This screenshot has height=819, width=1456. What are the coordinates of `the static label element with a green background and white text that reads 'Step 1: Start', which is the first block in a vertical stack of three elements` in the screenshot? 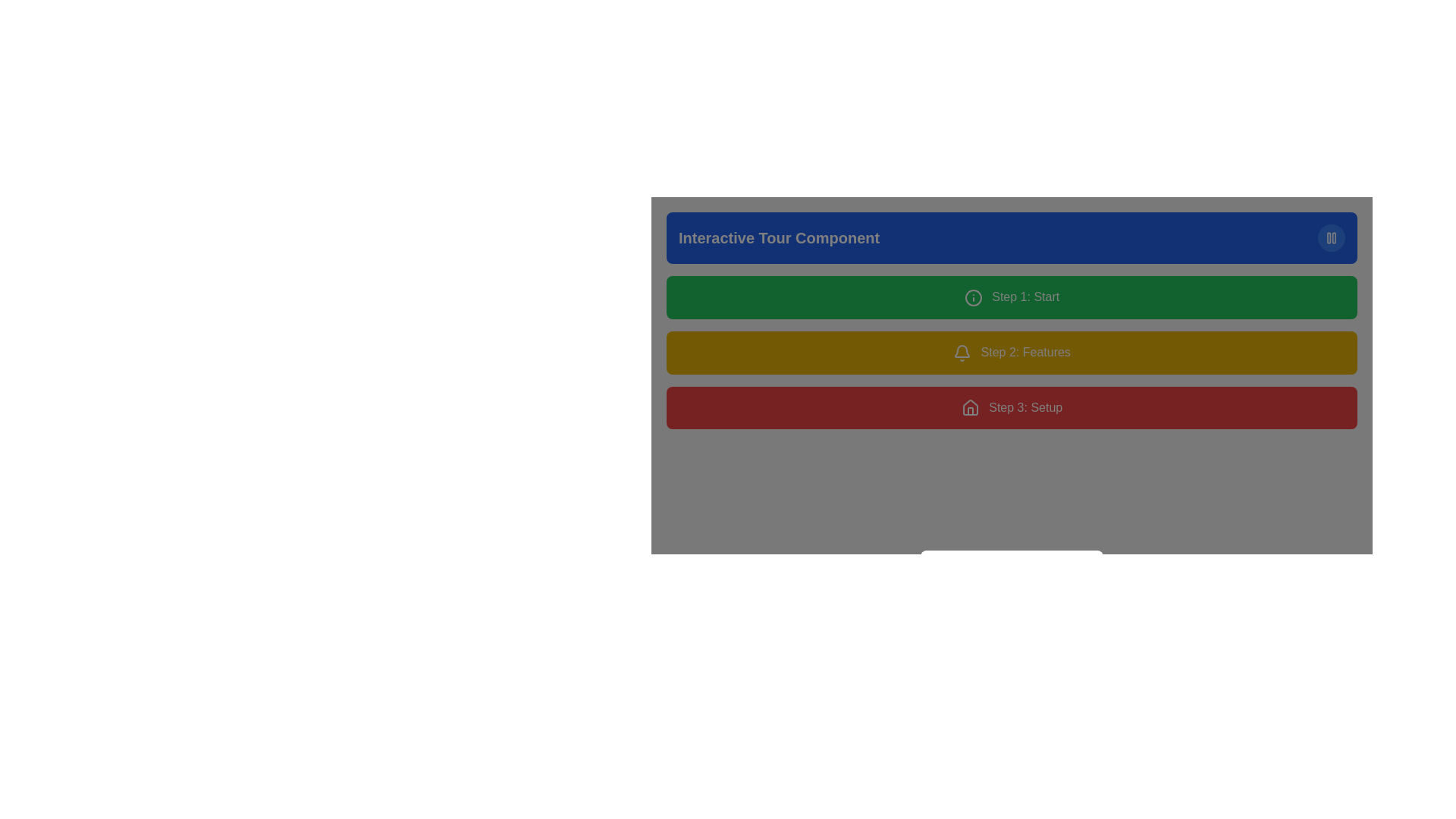 It's located at (1012, 297).